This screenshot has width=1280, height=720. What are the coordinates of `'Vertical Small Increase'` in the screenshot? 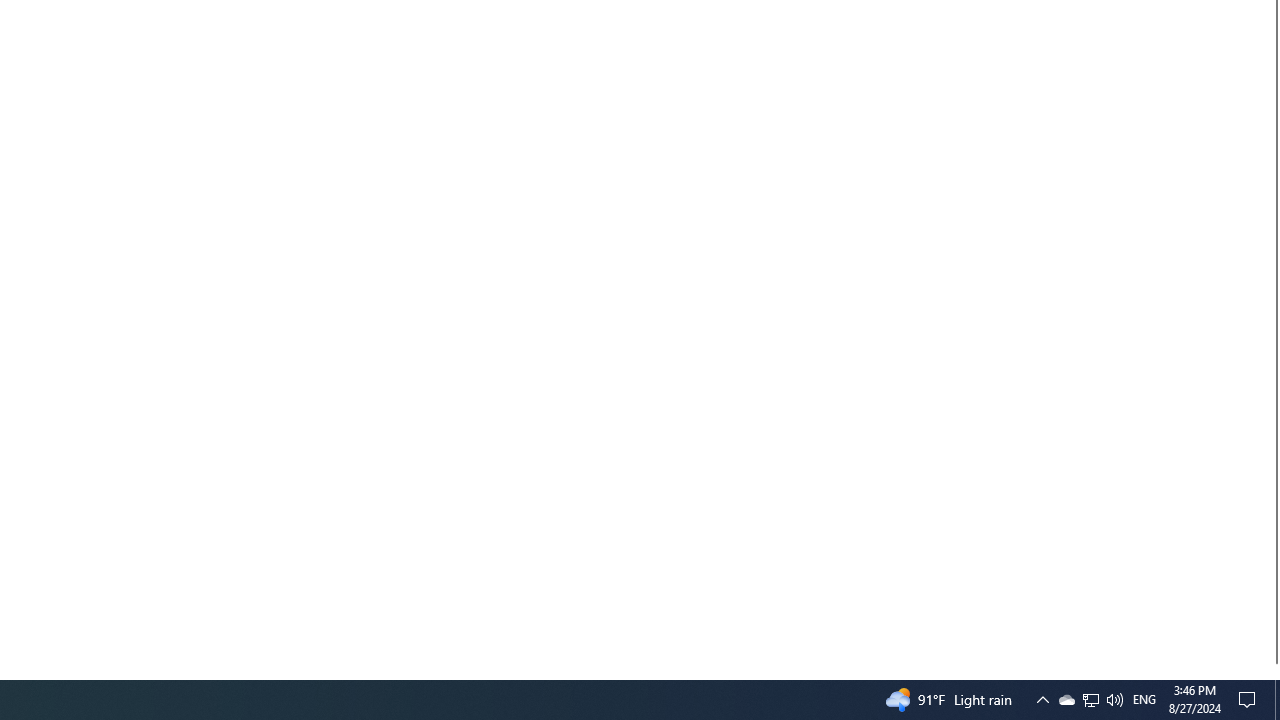 It's located at (1271, 671).